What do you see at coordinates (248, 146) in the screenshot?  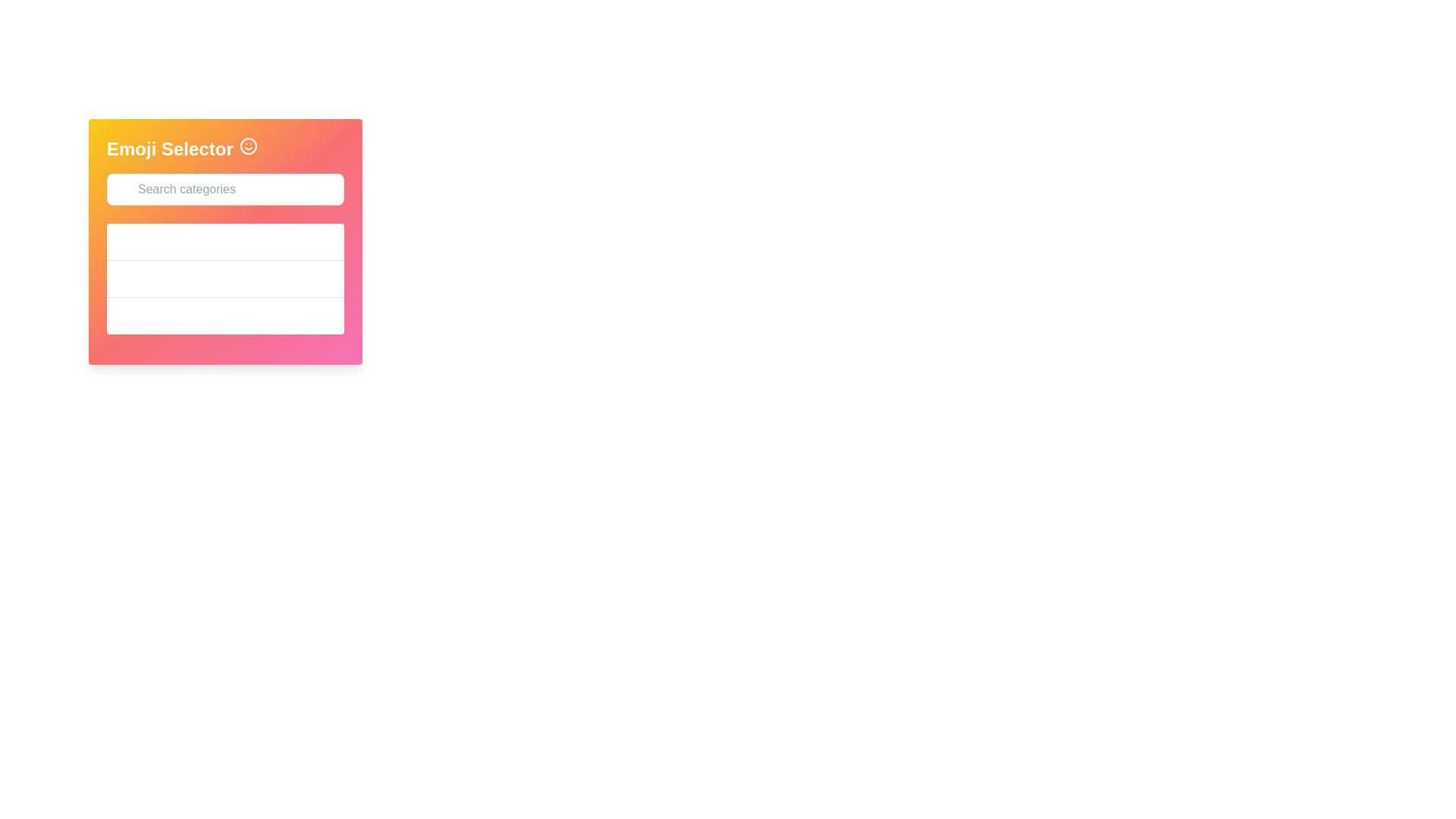 I see `the circular boundary of the smiley face emoji, which has a solid outline and is located adjacent to the text 'Emoji Selector'` at bounding box center [248, 146].